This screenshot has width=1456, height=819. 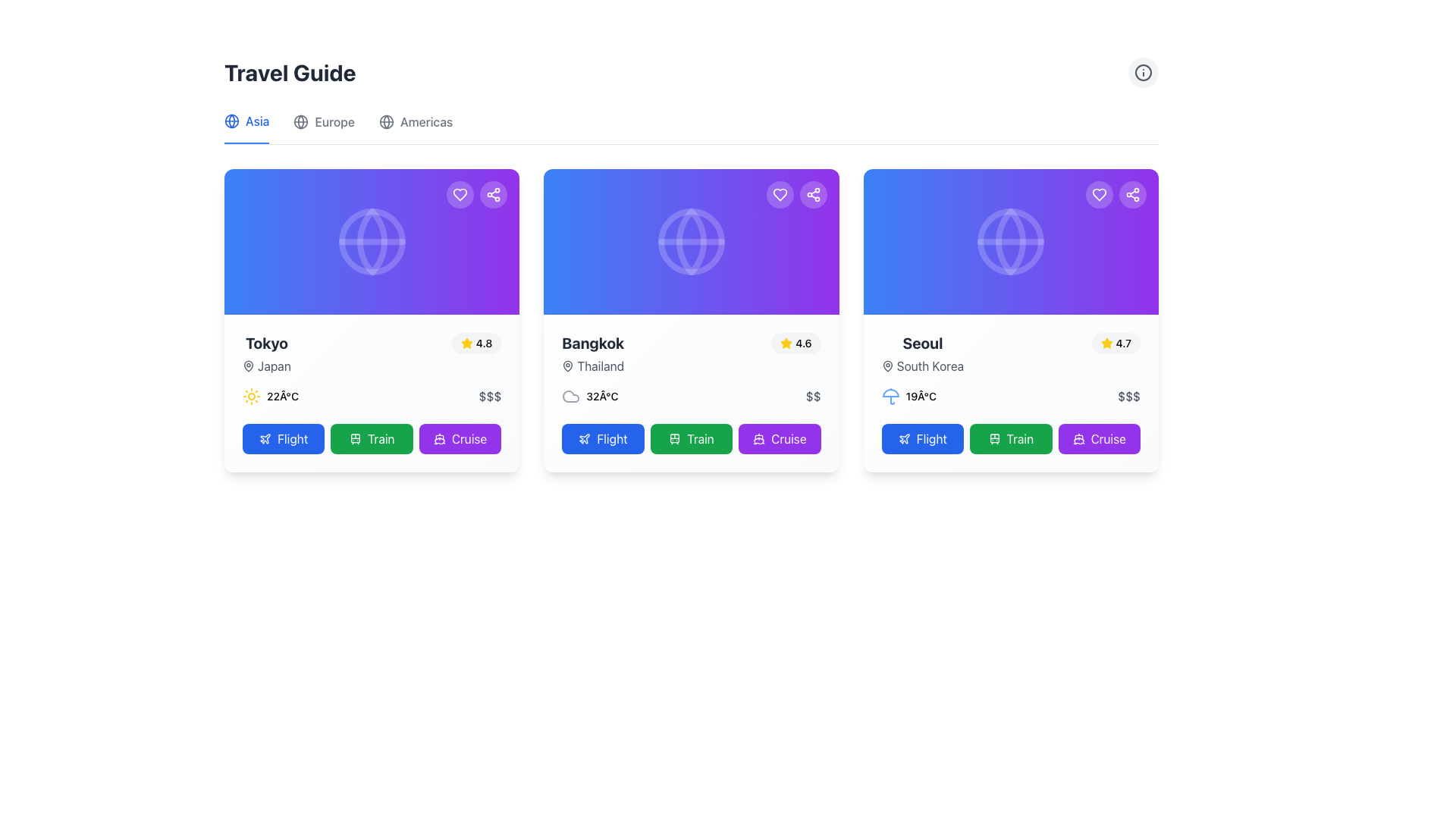 I want to click on the circular outline element of the SVG globe illustration, located in the purple area above the 'Tokyo' card, centered below the 'Asia' text, so click(x=372, y=241).